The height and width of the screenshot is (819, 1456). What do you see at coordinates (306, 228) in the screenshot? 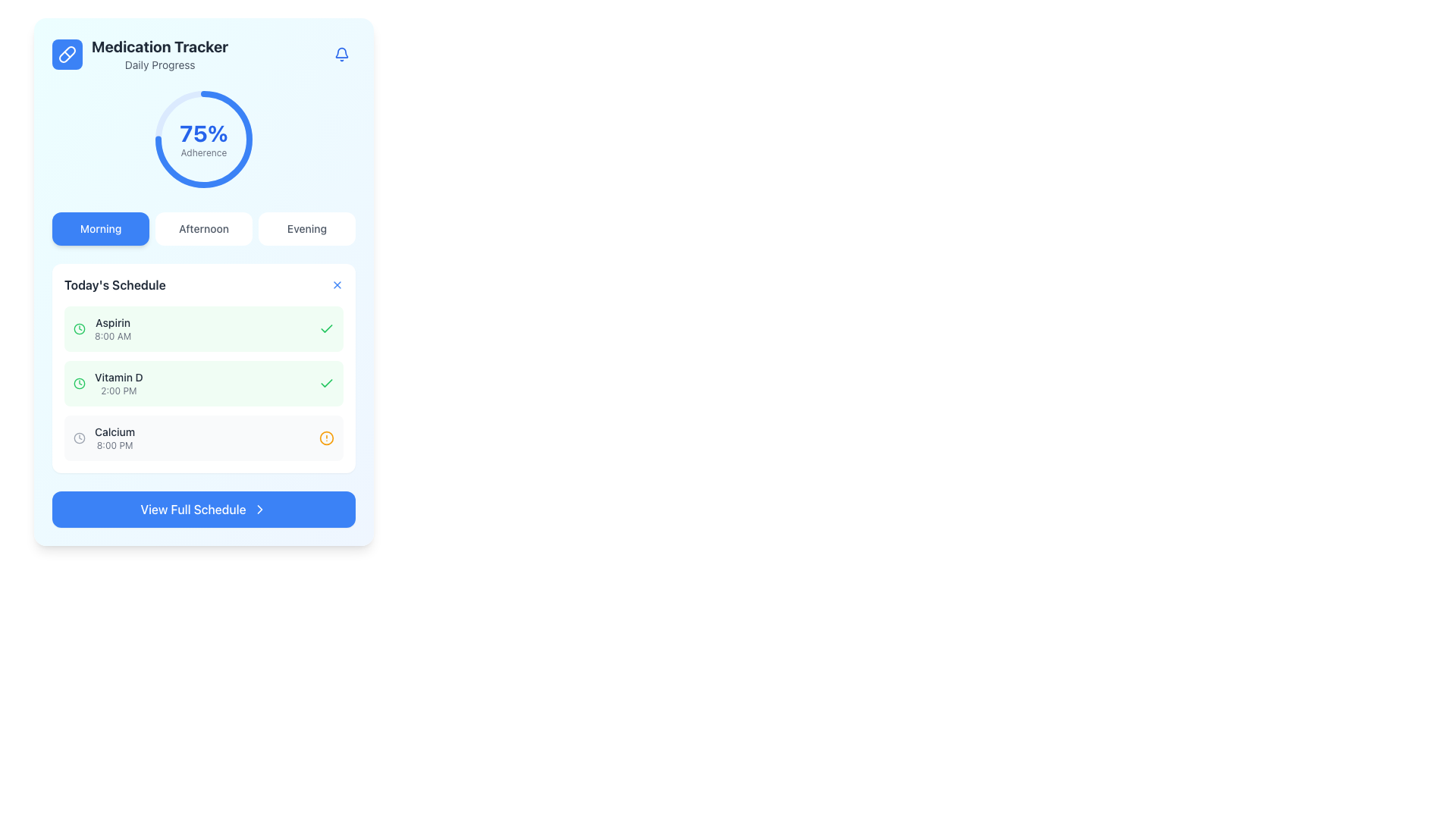
I see `the rounded rectangular button labeled 'Evening'` at bounding box center [306, 228].